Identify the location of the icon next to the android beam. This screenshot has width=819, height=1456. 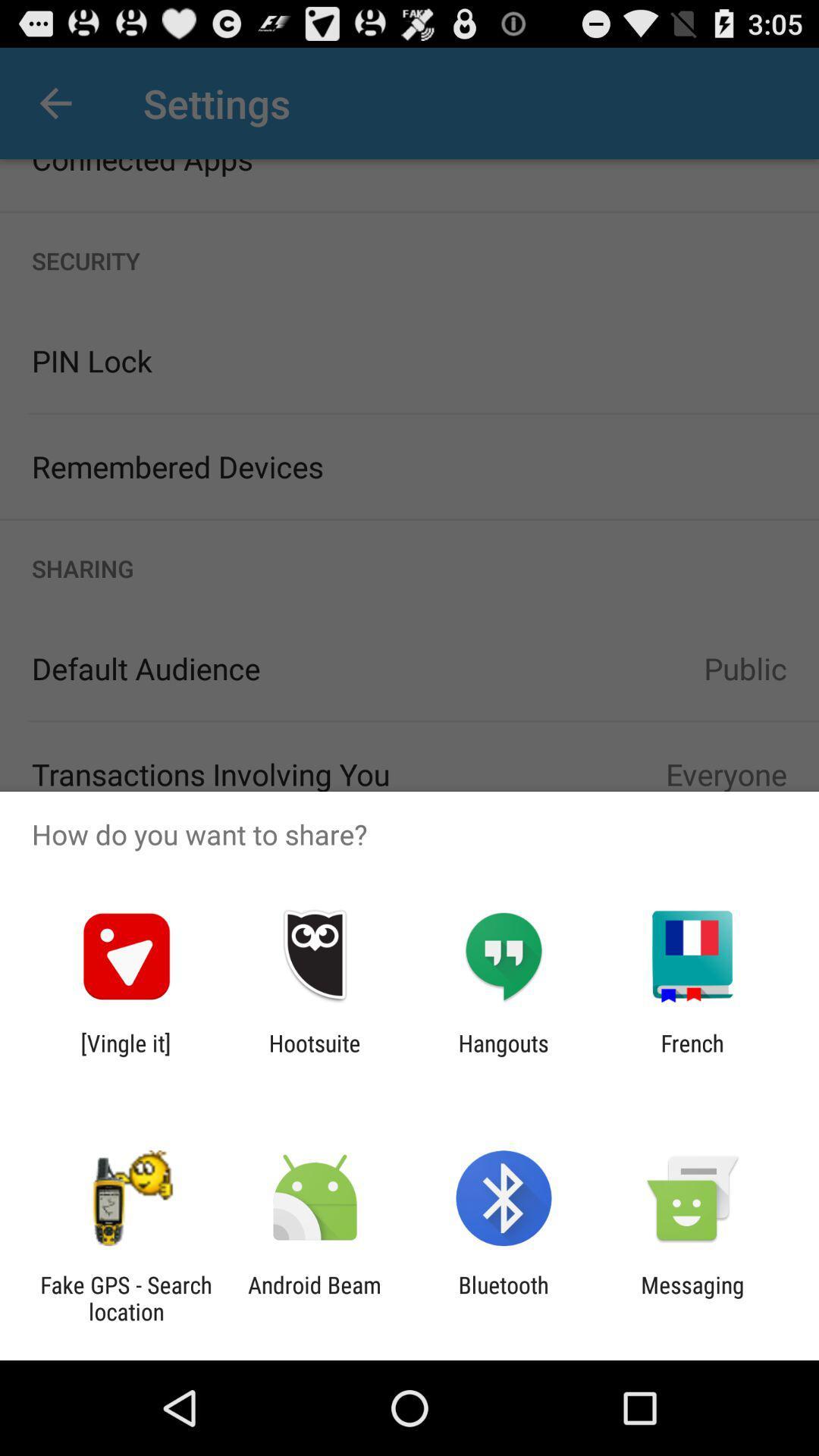
(125, 1298).